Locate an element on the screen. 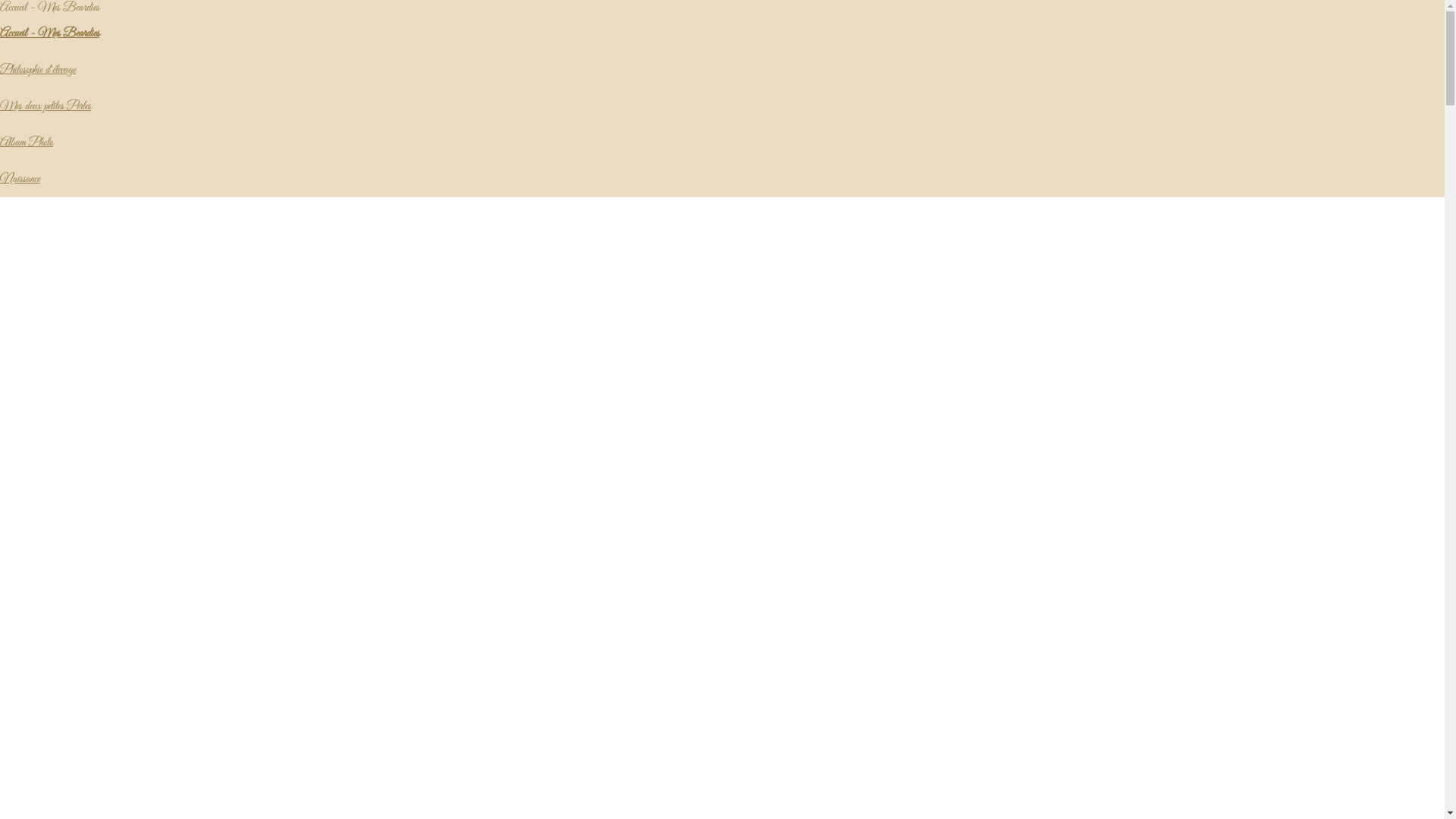  'Mes deux petites Perles' is located at coordinates (0, 105).